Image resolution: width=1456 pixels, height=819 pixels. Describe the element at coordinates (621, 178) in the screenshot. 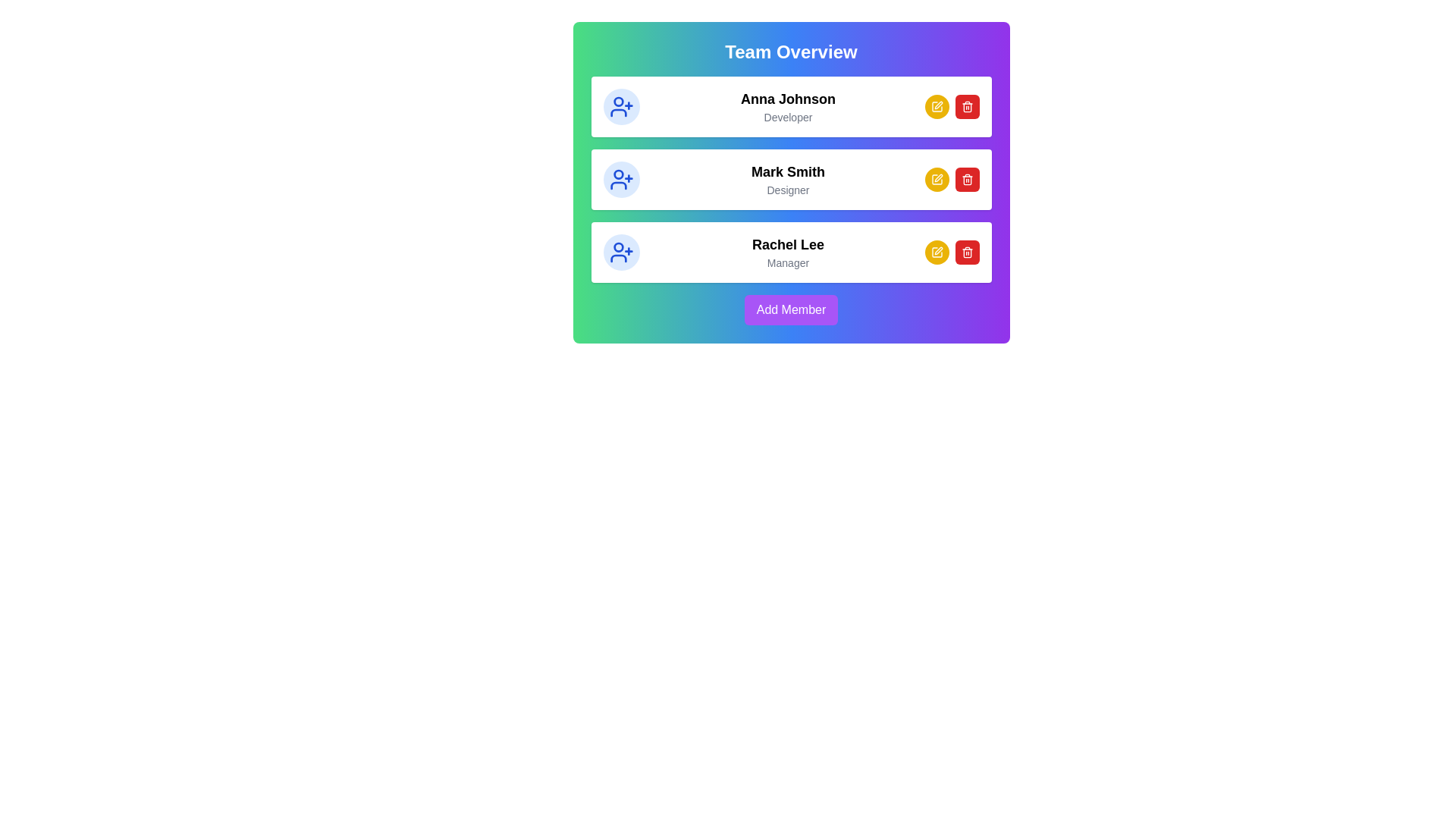

I see `the 'Add User' or 'Invite User' icon button located within the card representing the team member 'Mark Smith'` at that location.